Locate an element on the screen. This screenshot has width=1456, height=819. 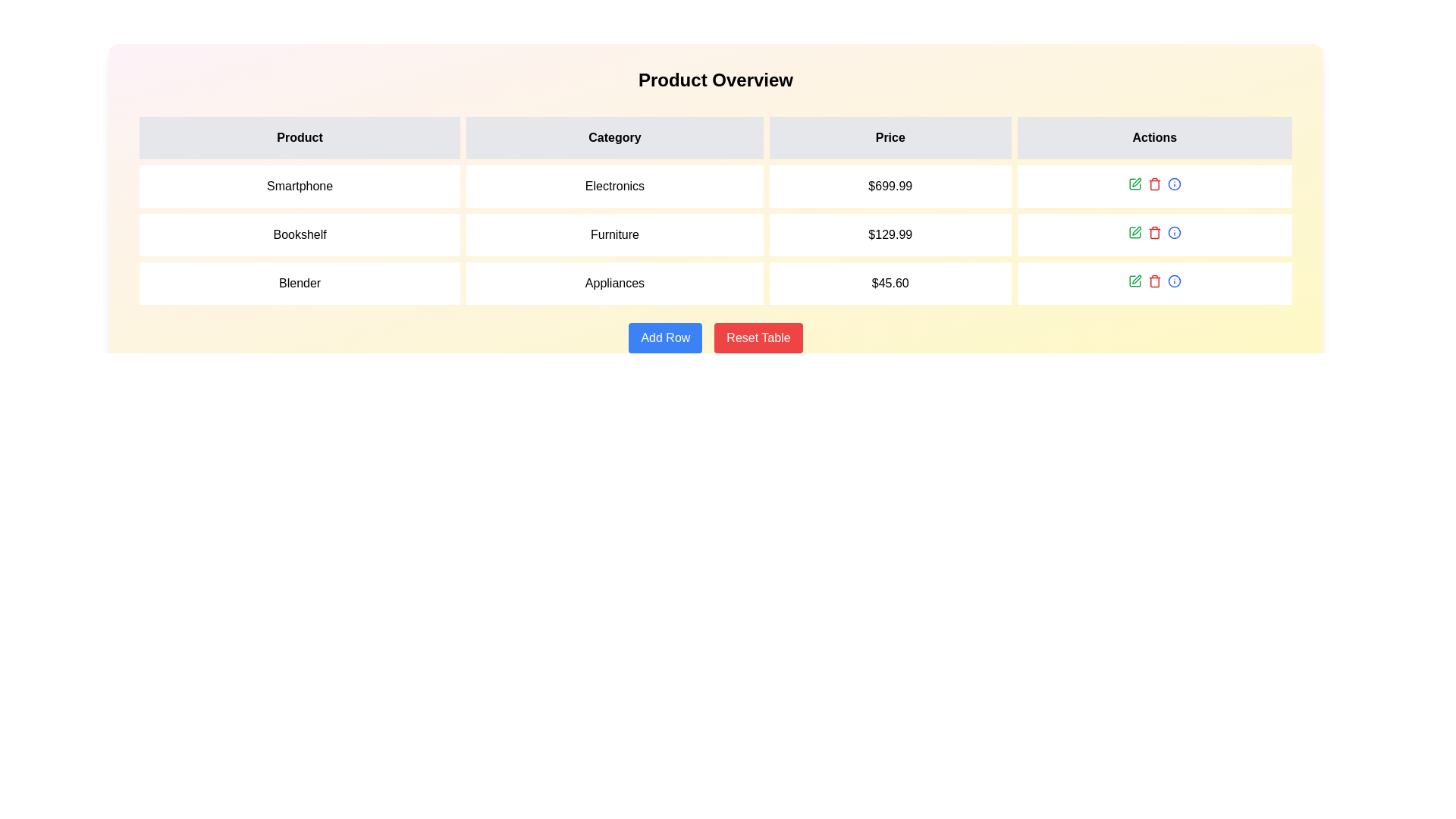
the static text displaying the price of the Smartphone in the 'Price' column of the 'Product Overview' table is located at coordinates (890, 186).